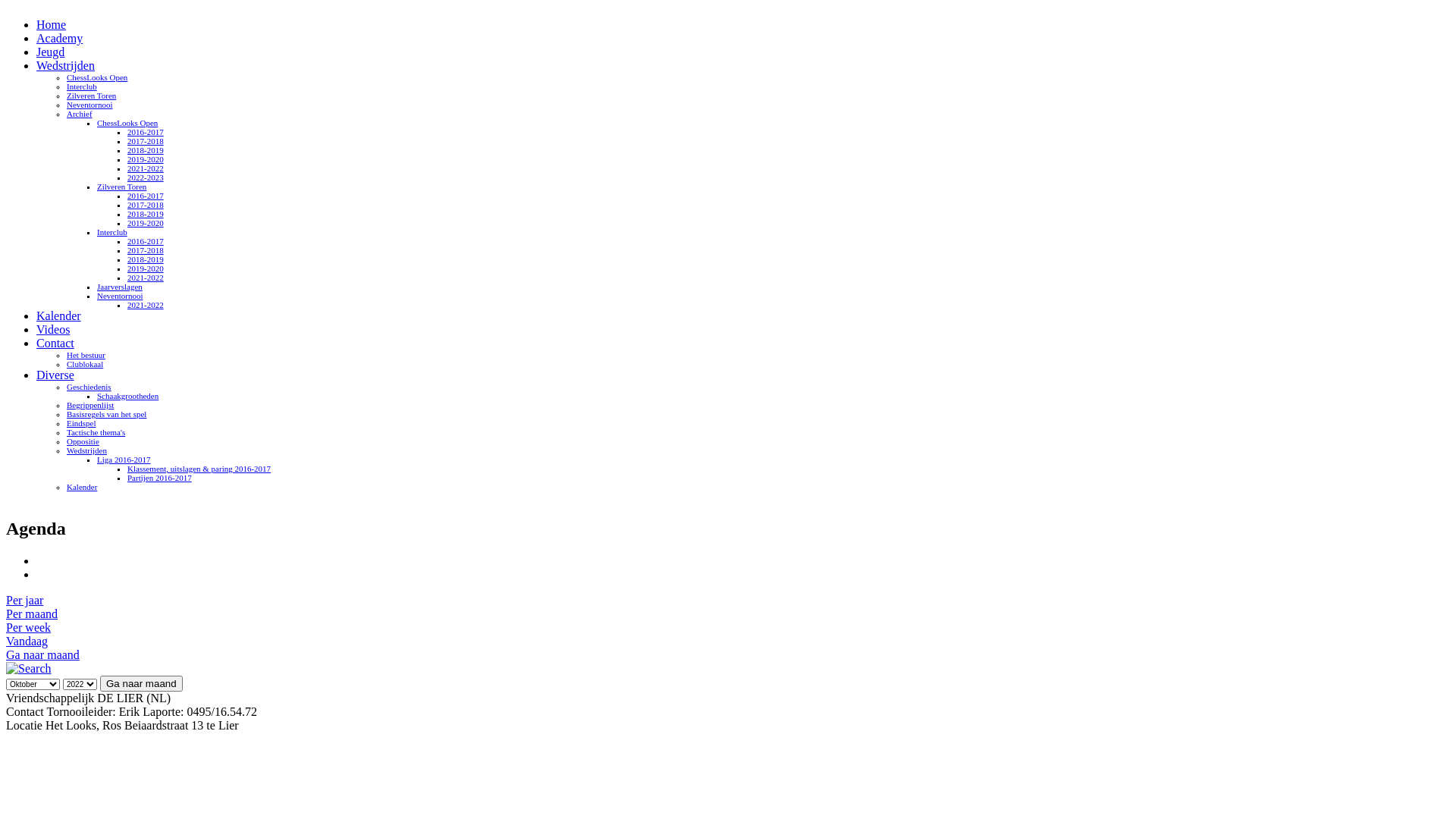 This screenshot has height=819, width=1456. I want to click on '2019-2020', so click(146, 222).